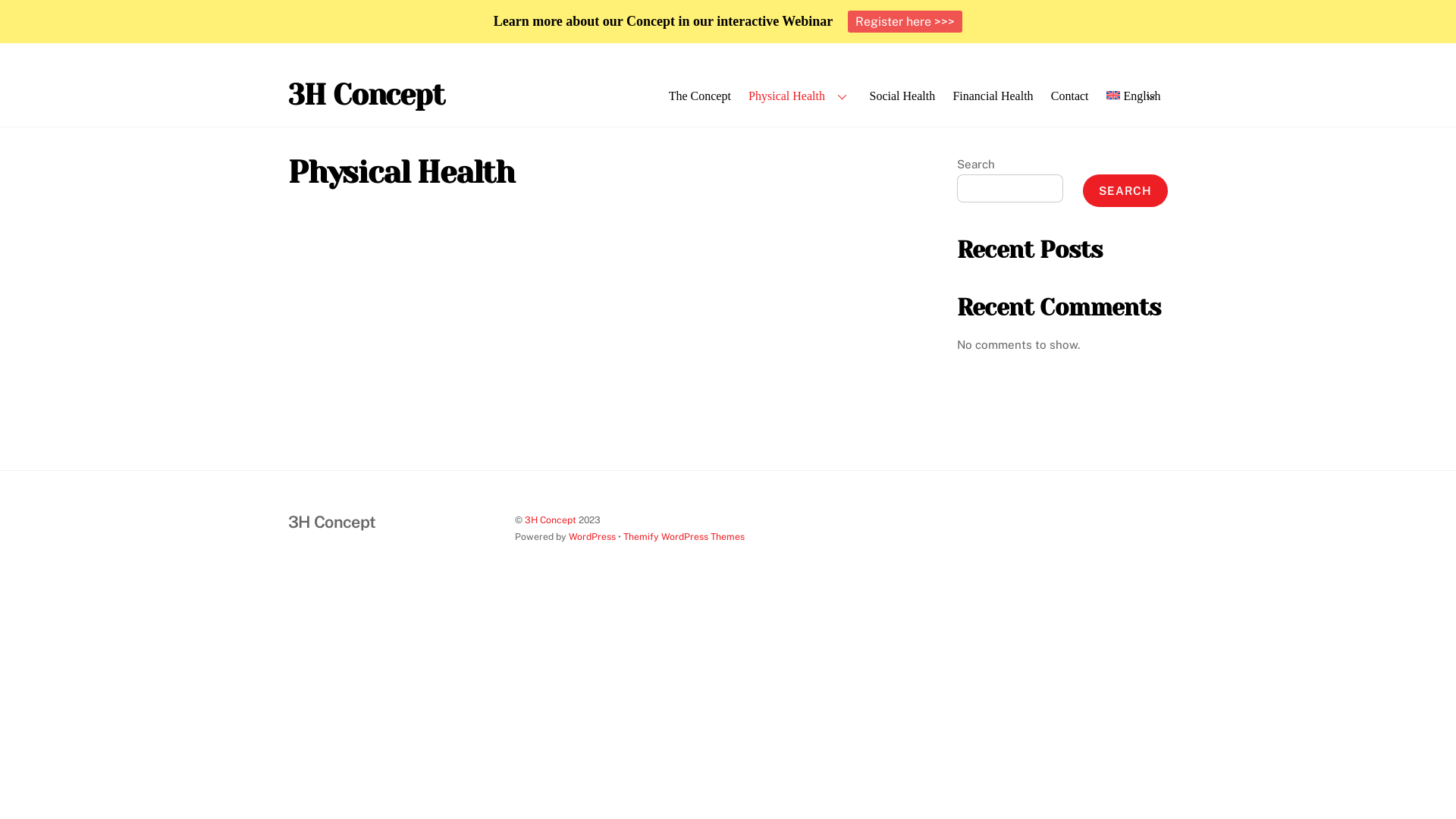 This screenshot has width=1456, height=819. What do you see at coordinates (623, 535) in the screenshot?
I see `'Themify WordPress Themes'` at bounding box center [623, 535].